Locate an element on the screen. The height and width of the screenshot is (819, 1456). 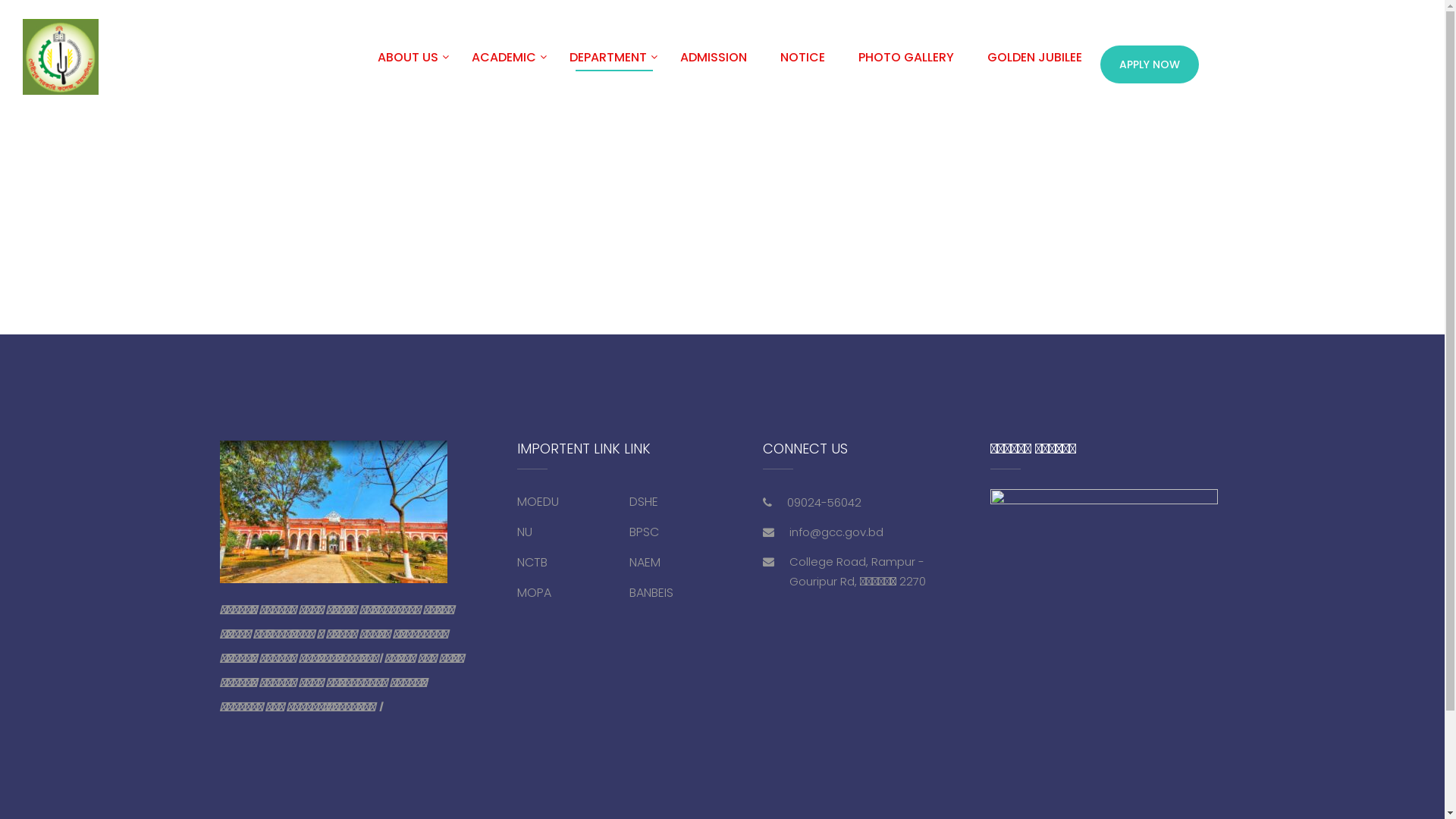
'NOTICE' is located at coordinates (764, 63).